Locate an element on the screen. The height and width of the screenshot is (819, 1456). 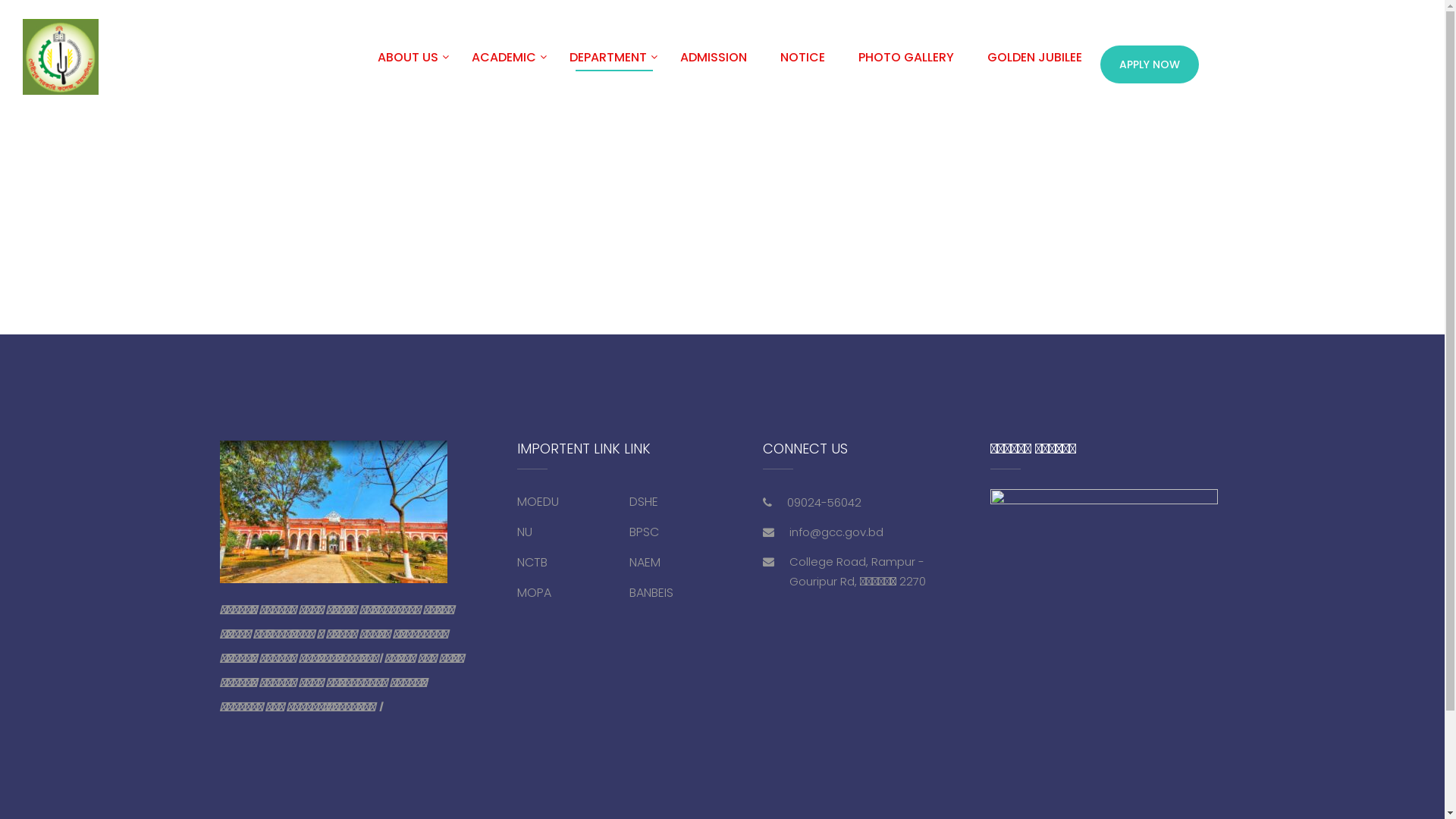
'NOTICE' is located at coordinates (764, 63).